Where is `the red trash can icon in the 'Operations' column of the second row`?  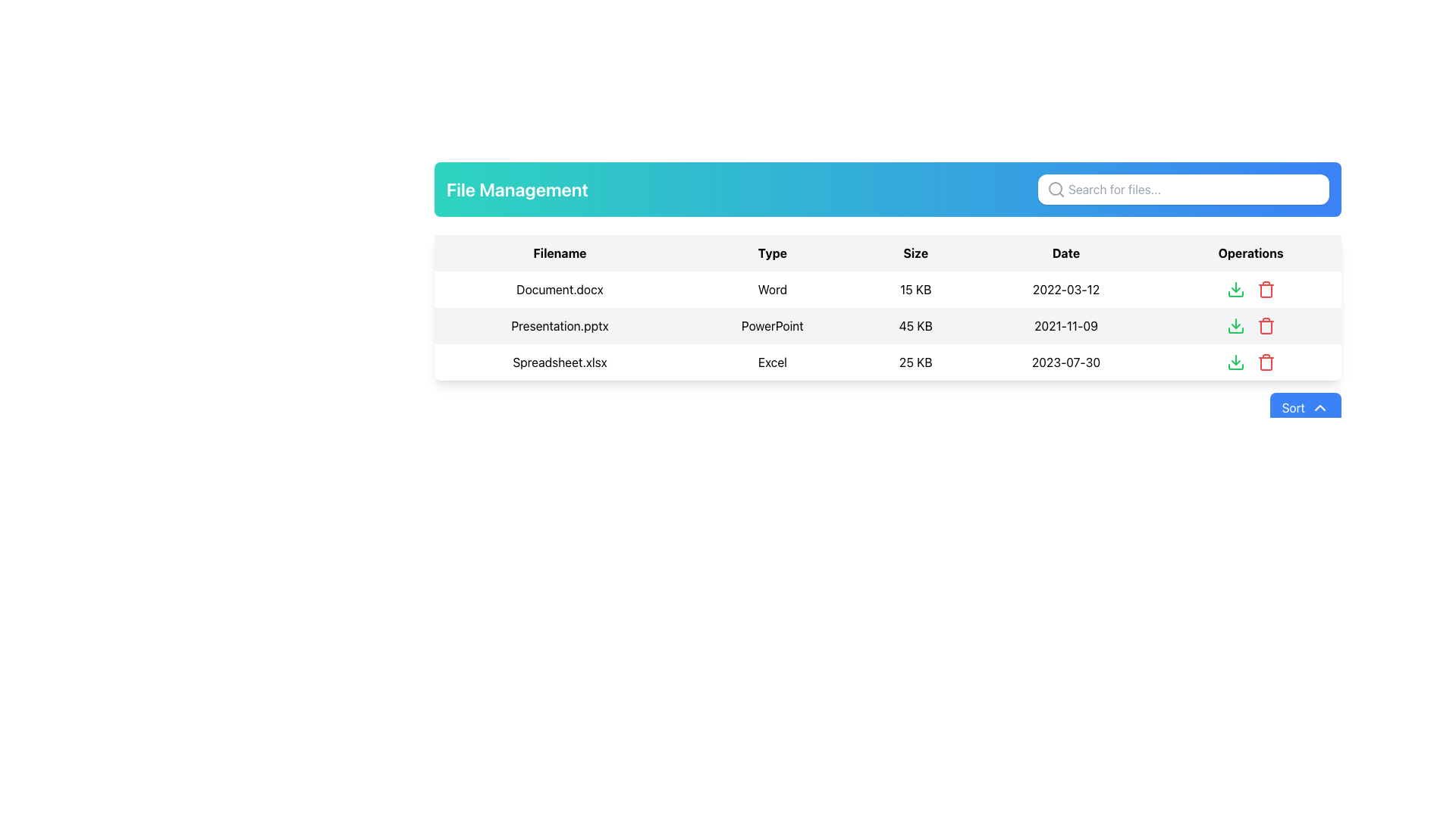
the red trash can icon in the 'Operations' column of the second row is located at coordinates (1266, 325).